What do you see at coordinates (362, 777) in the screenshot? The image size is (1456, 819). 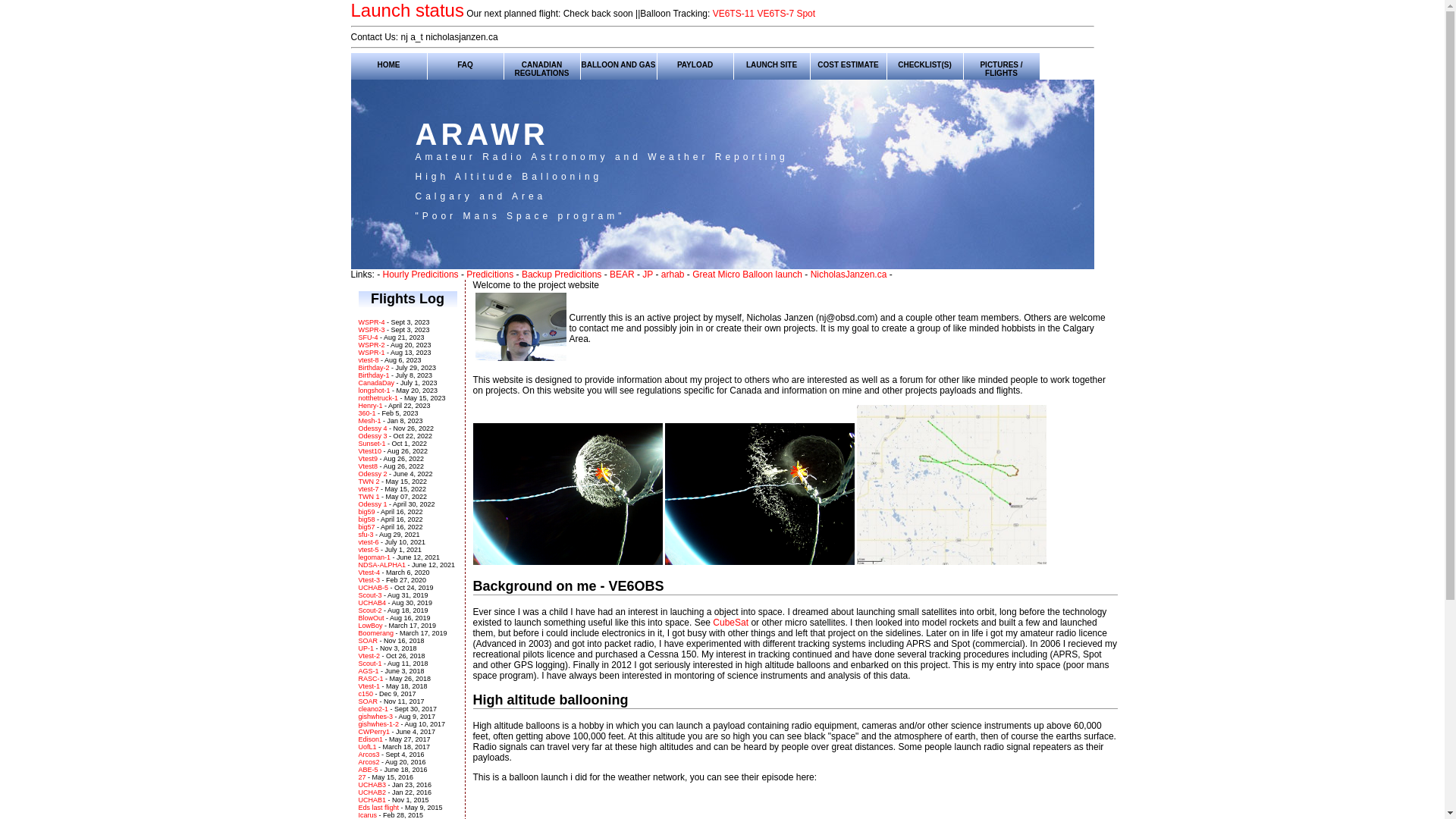 I see `'27'` at bounding box center [362, 777].